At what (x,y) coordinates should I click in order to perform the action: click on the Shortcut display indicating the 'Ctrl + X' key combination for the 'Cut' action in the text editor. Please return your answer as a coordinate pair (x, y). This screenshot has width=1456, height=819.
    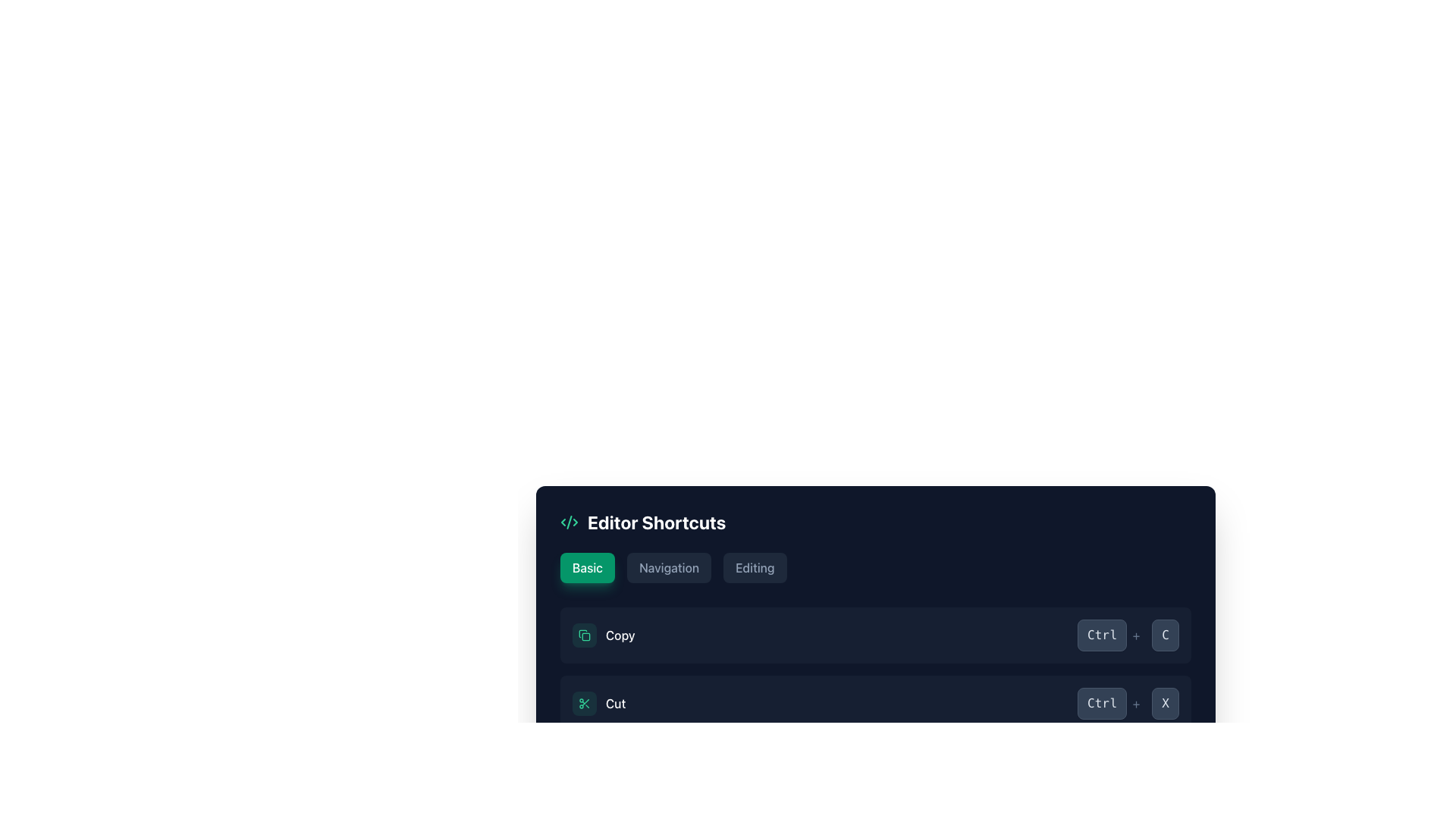
    Looking at the image, I should click on (1128, 704).